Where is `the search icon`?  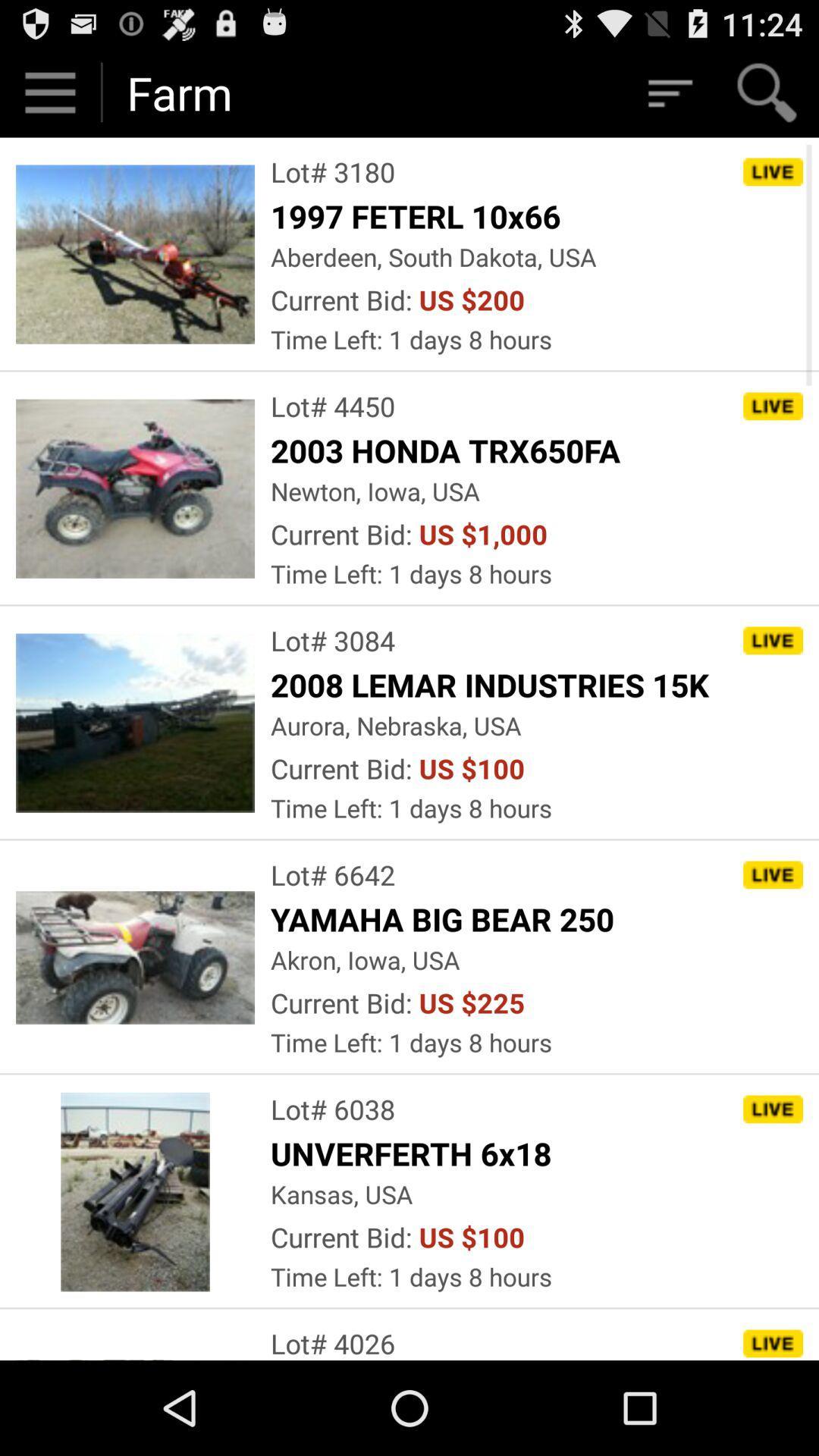 the search icon is located at coordinates (766, 98).